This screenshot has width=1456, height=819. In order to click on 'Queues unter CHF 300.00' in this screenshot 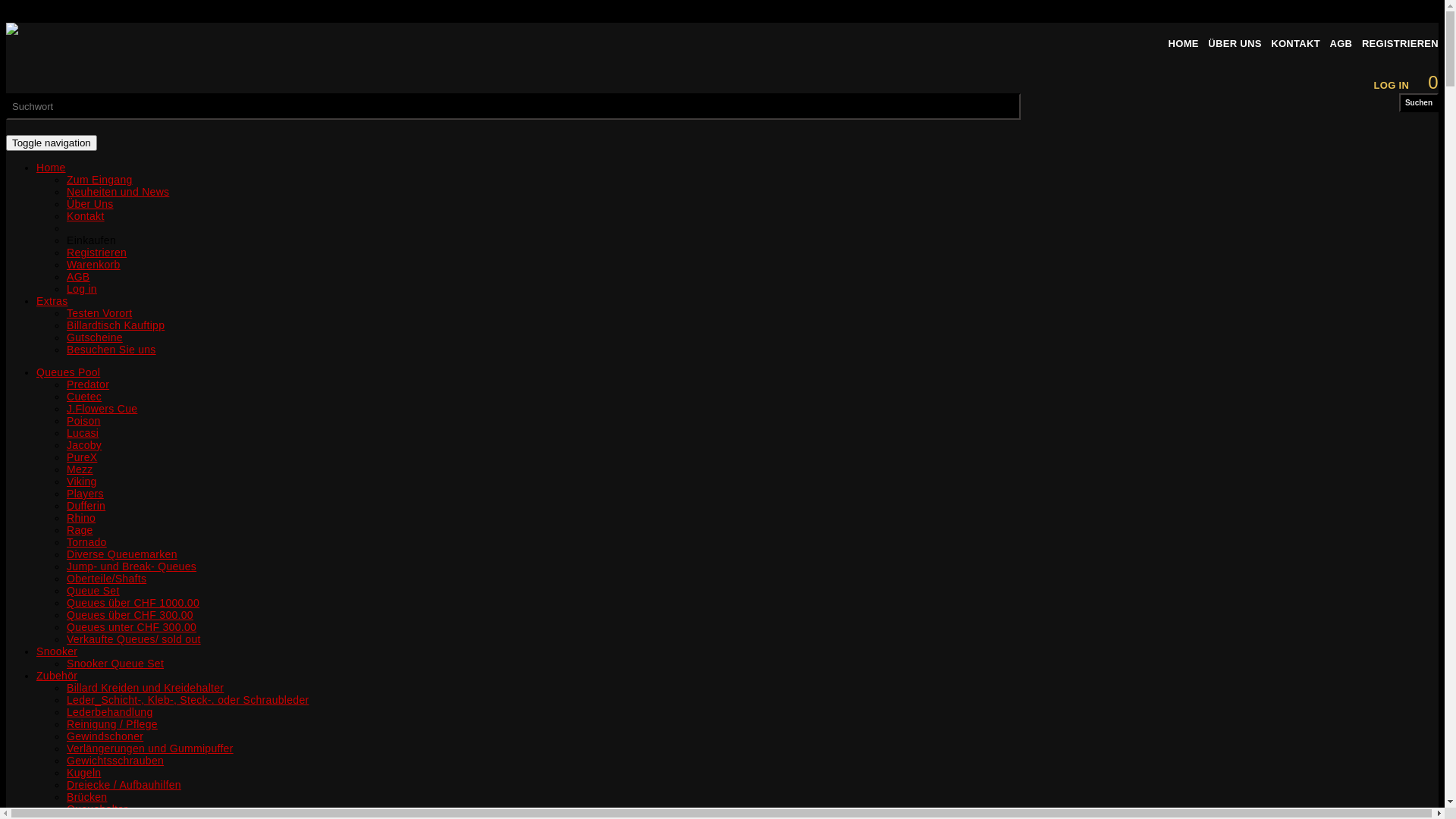, I will do `click(131, 626)`.